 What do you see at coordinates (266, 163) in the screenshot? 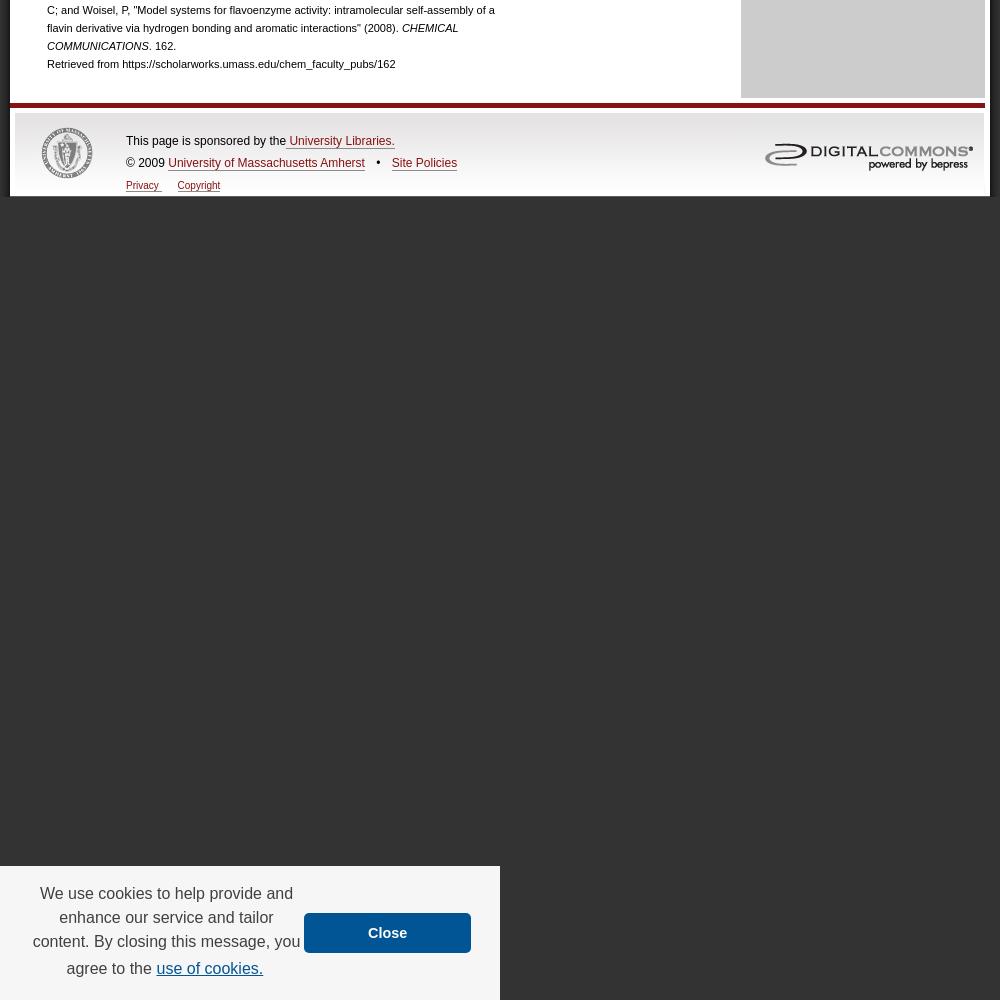
I see `'University of Massachusetts Amherst'` at bounding box center [266, 163].